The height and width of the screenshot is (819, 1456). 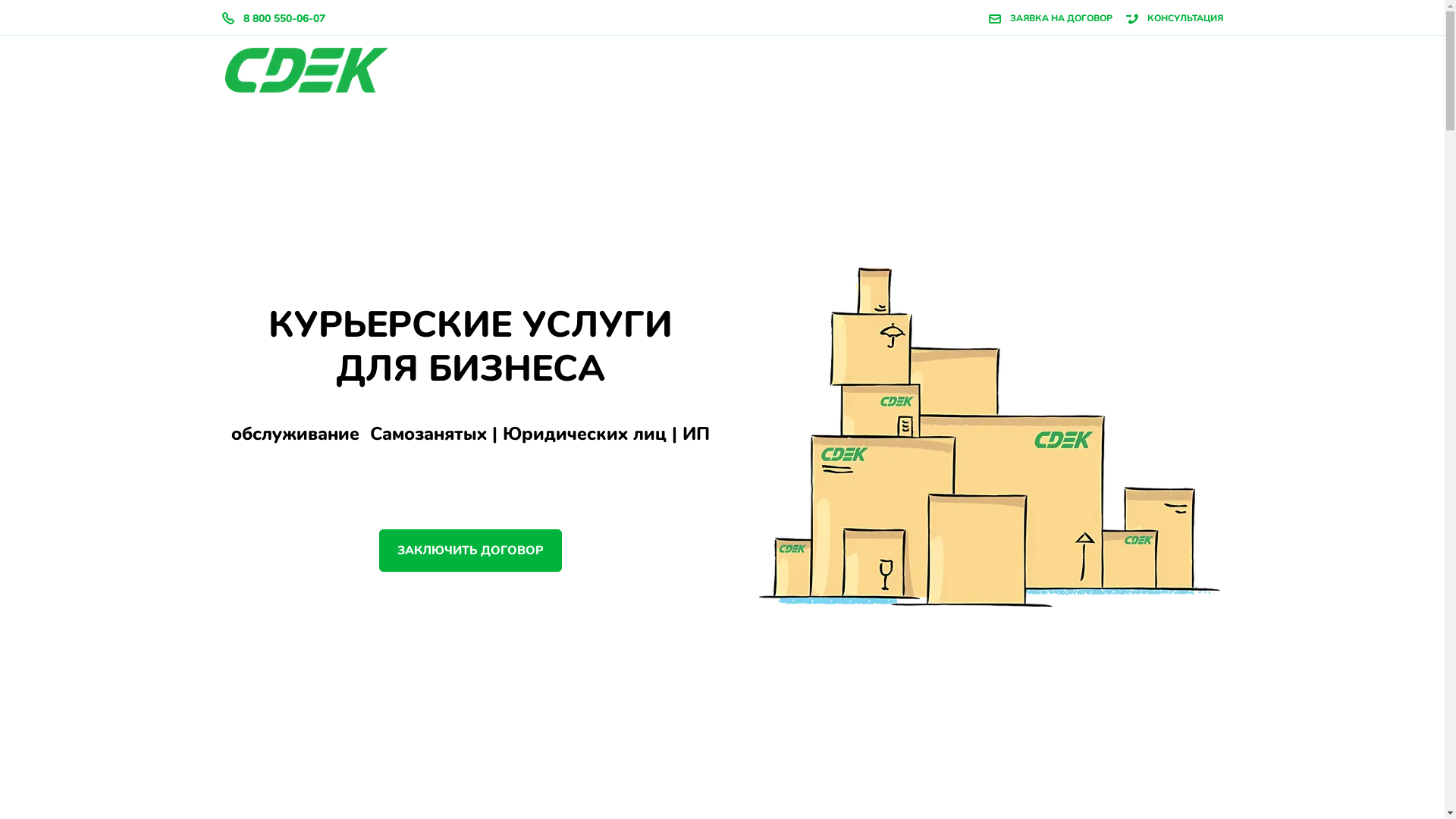 I want to click on '8 800 550-06-07', so click(x=232, y=18).